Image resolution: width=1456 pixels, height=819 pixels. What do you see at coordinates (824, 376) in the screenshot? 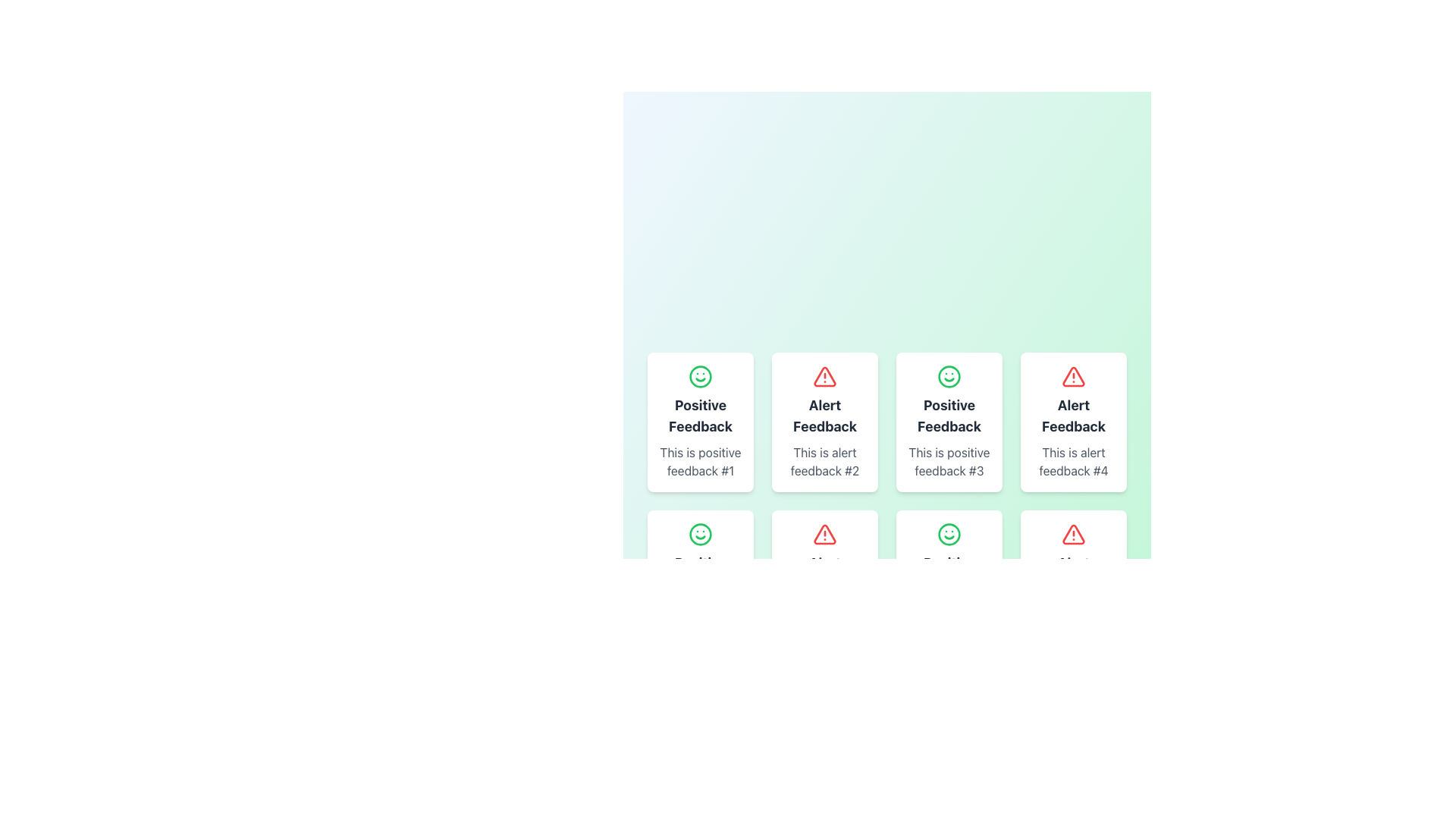
I see `the alert icon, which is a triangle with an exclamation mark, located at the top center of the 'Alert Feedback' content card` at bounding box center [824, 376].